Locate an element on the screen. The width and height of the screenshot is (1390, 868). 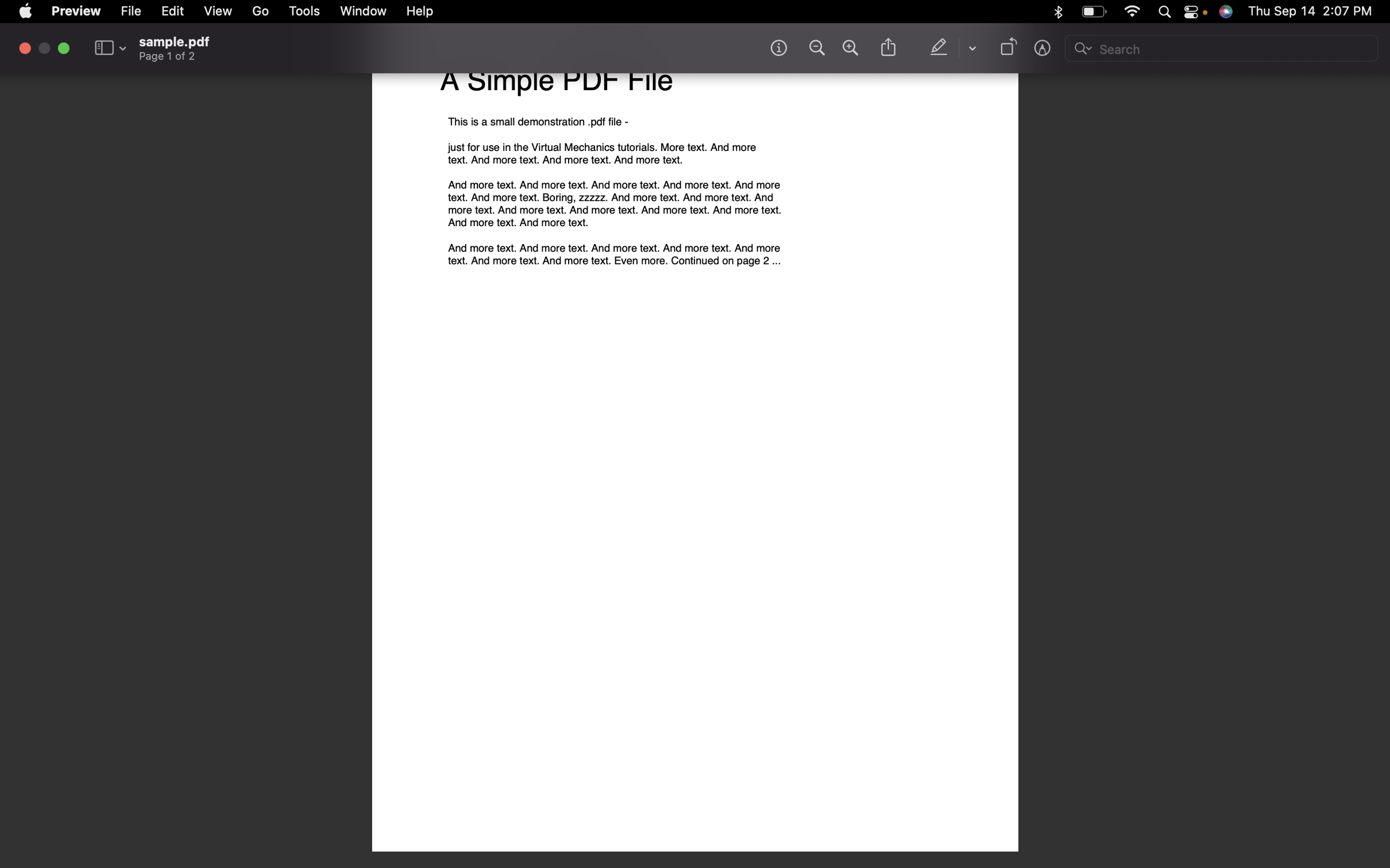
Scroll down to view the subsequent page is located at coordinates (2010635, 844998).